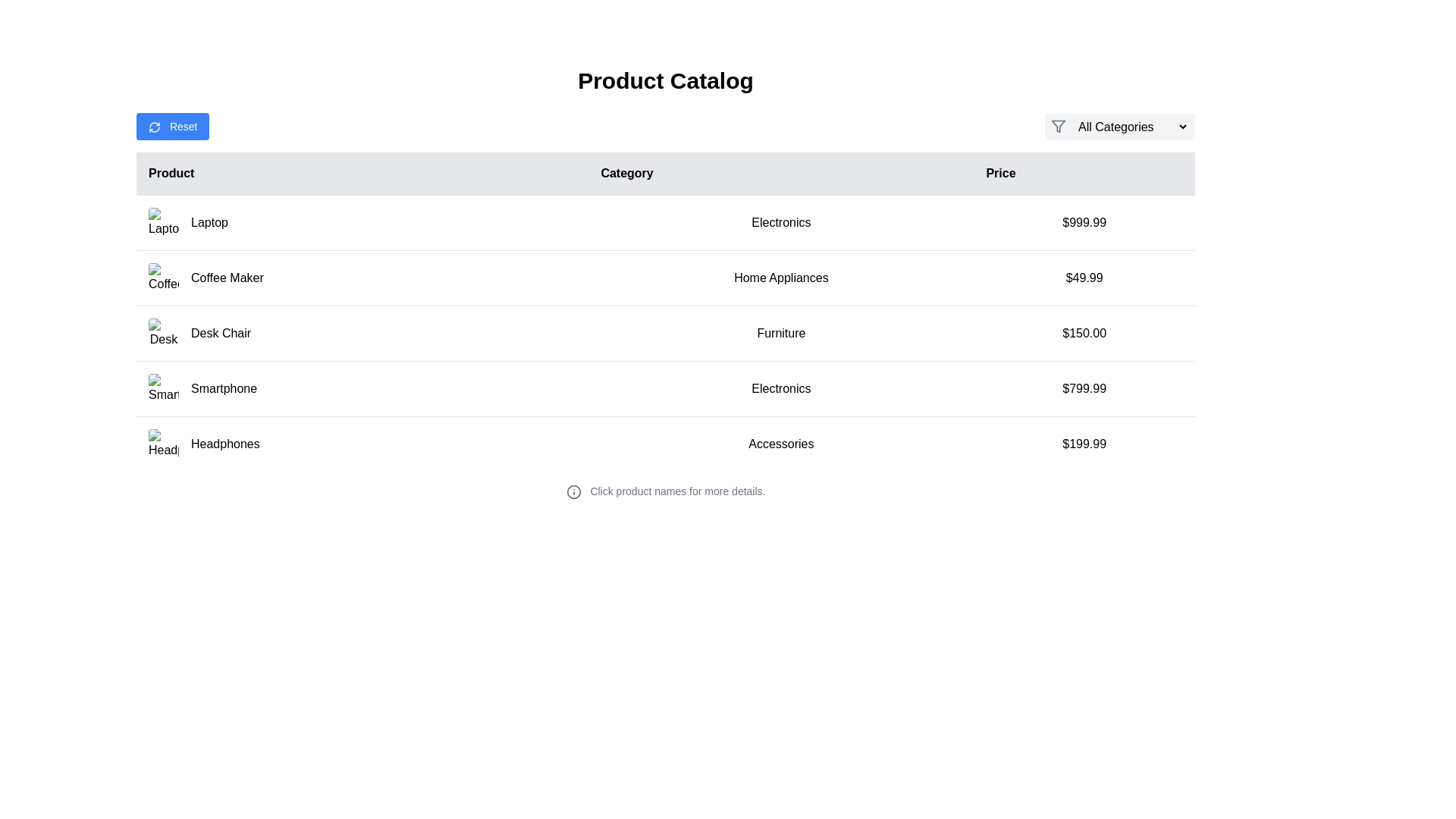 The image size is (1456, 819). Describe the element at coordinates (781, 278) in the screenshot. I see `the static text label displaying 'Home Appliances' located in the second row of the table under the 'Category' header` at that location.